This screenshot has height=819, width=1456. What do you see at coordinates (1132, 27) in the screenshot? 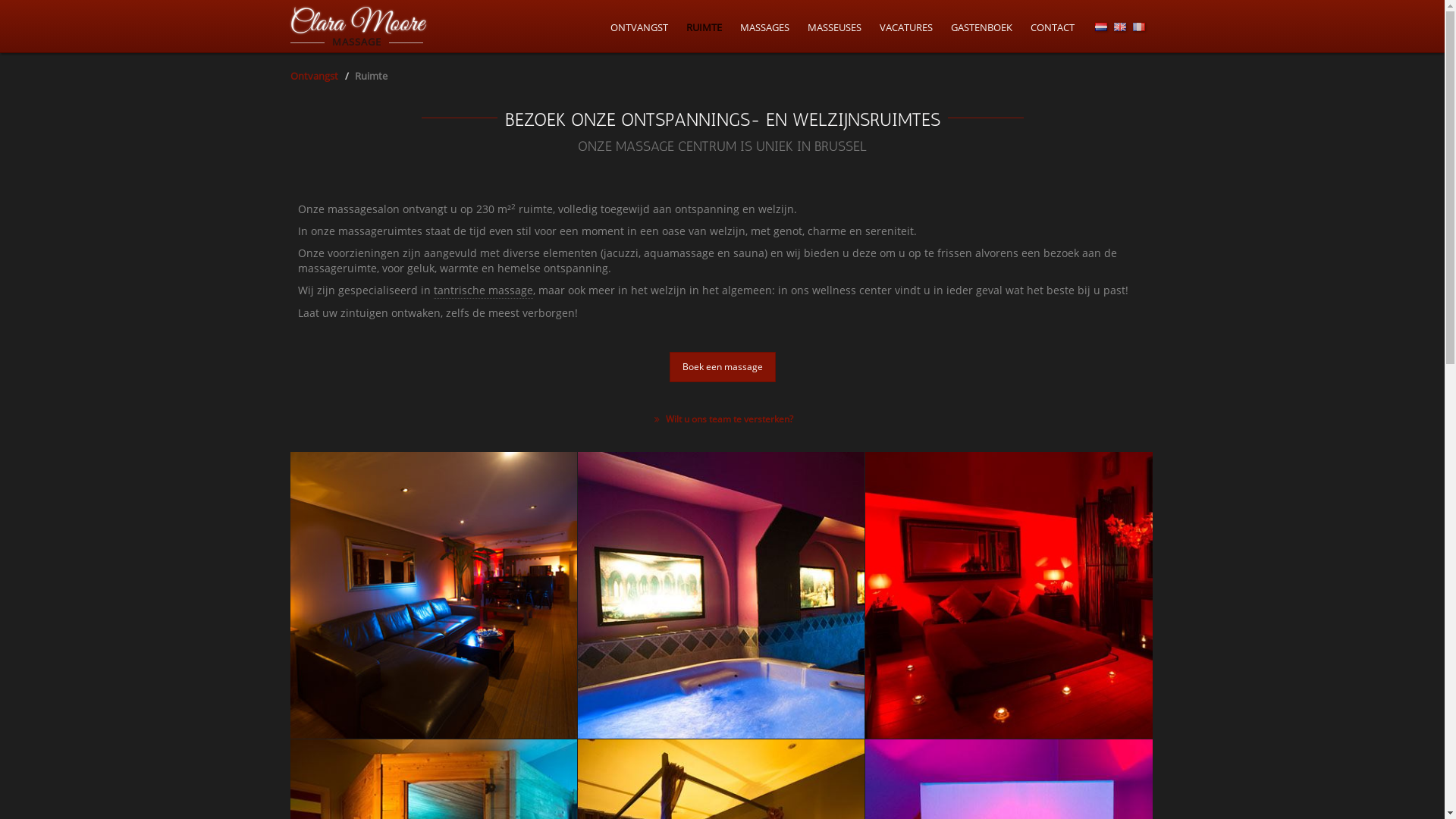
I see `'Website Franse versie'` at bounding box center [1132, 27].